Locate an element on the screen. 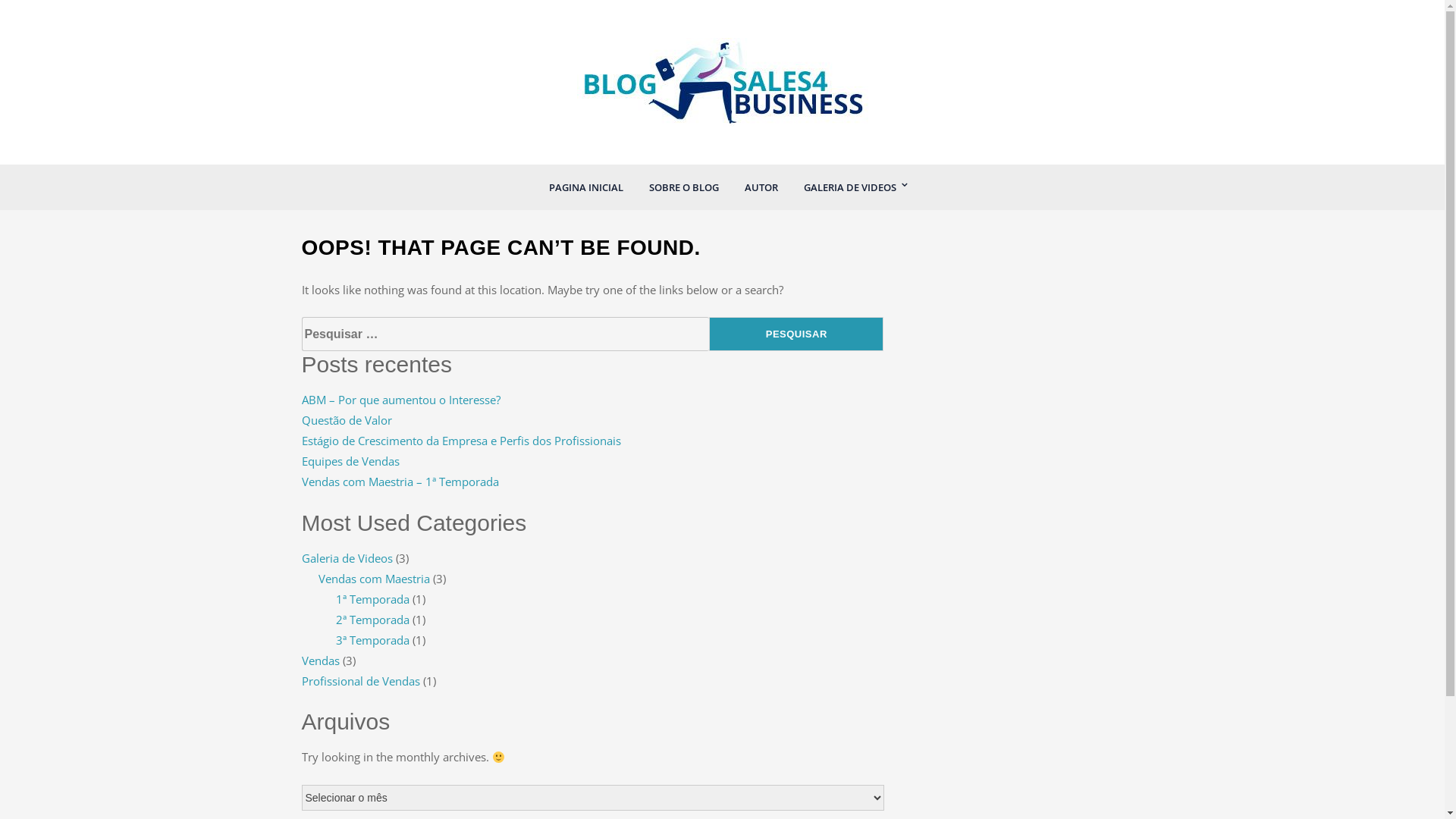 The height and width of the screenshot is (819, 1456). 'AUTOR' is located at coordinates (761, 186).